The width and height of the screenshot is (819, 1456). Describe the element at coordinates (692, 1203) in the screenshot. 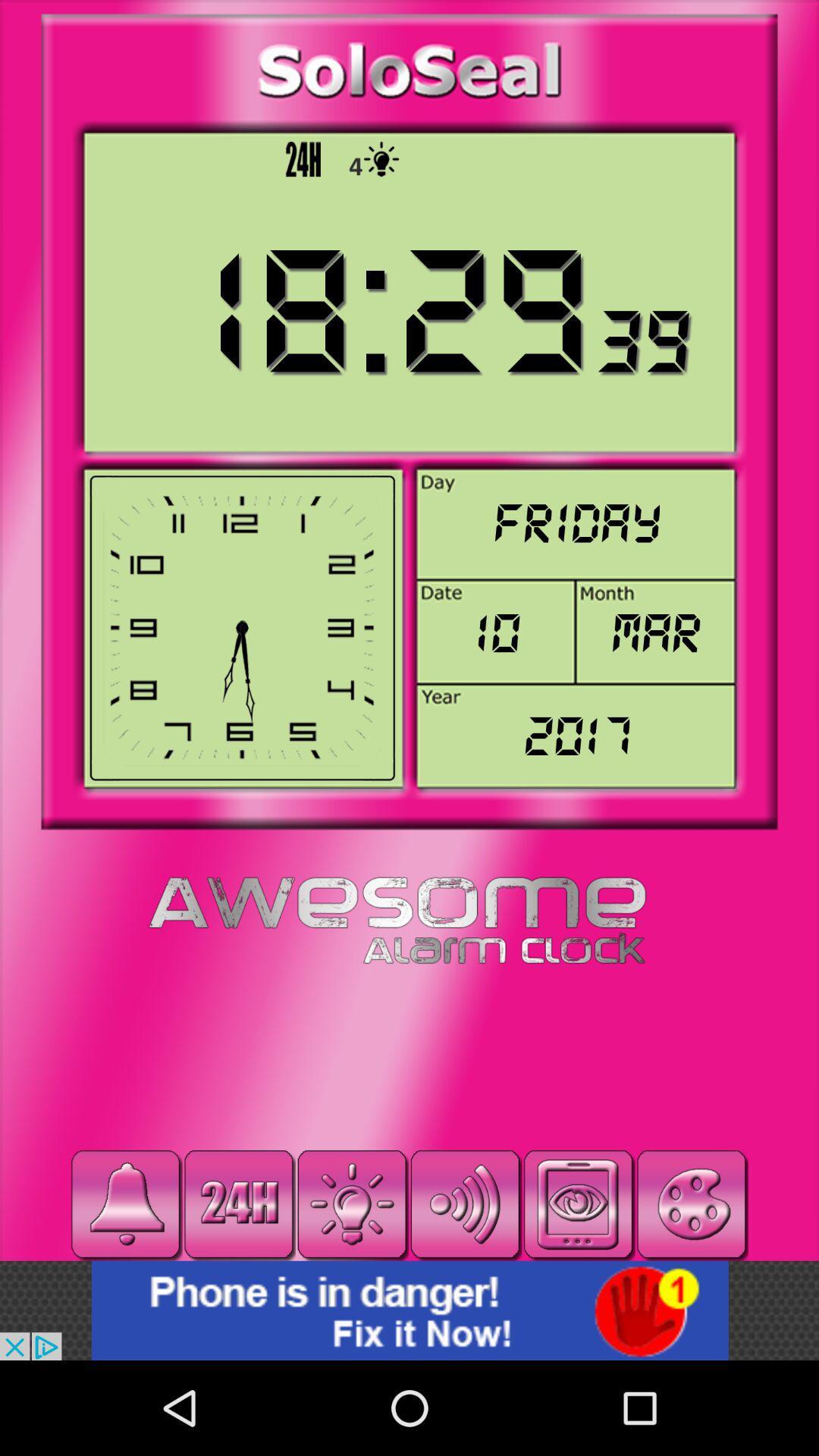

I see `colors` at that location.